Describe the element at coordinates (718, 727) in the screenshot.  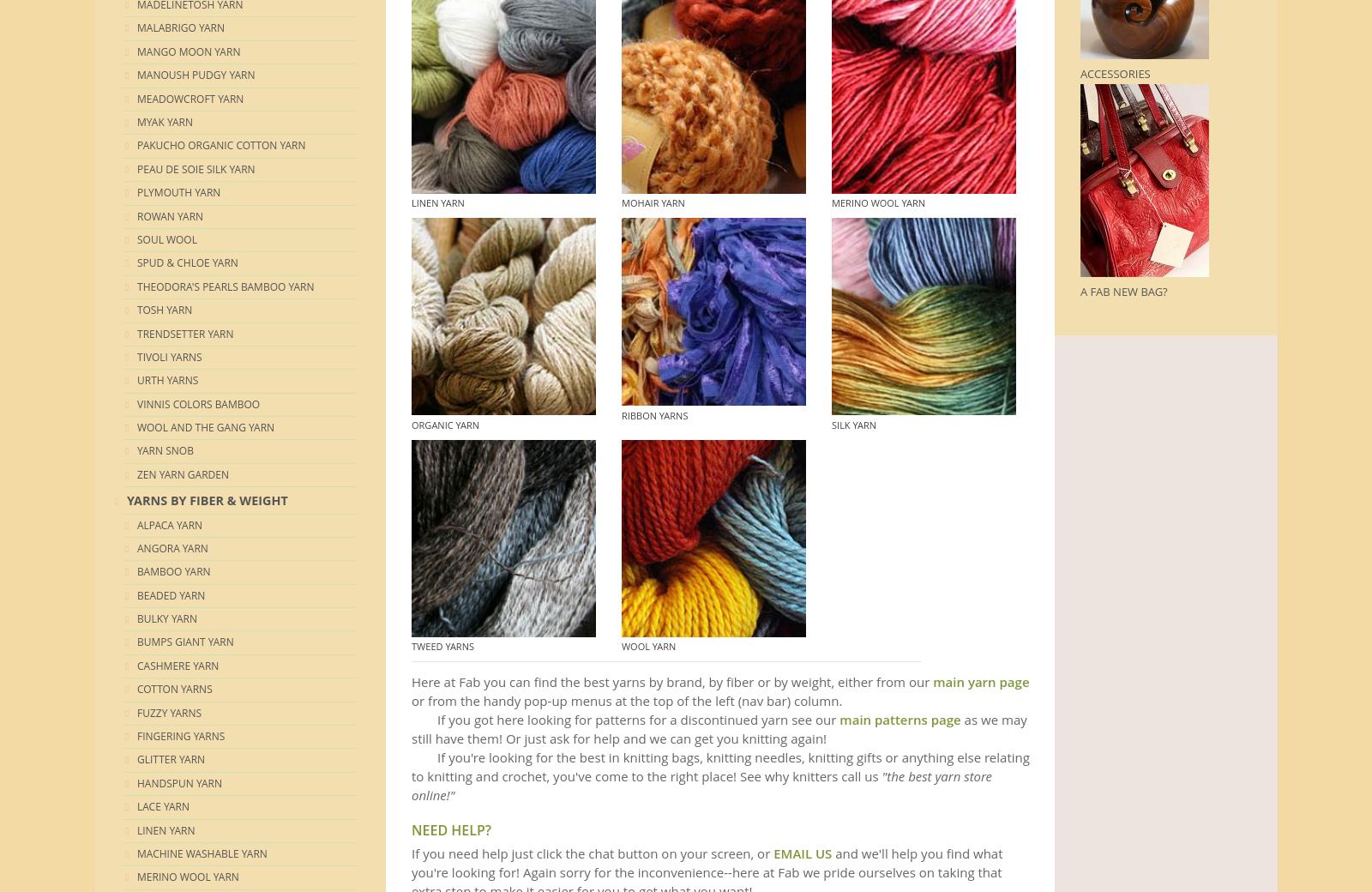
I see `'as we may still have them! Or just ask for help and we can get you knitting again!'` at that location.